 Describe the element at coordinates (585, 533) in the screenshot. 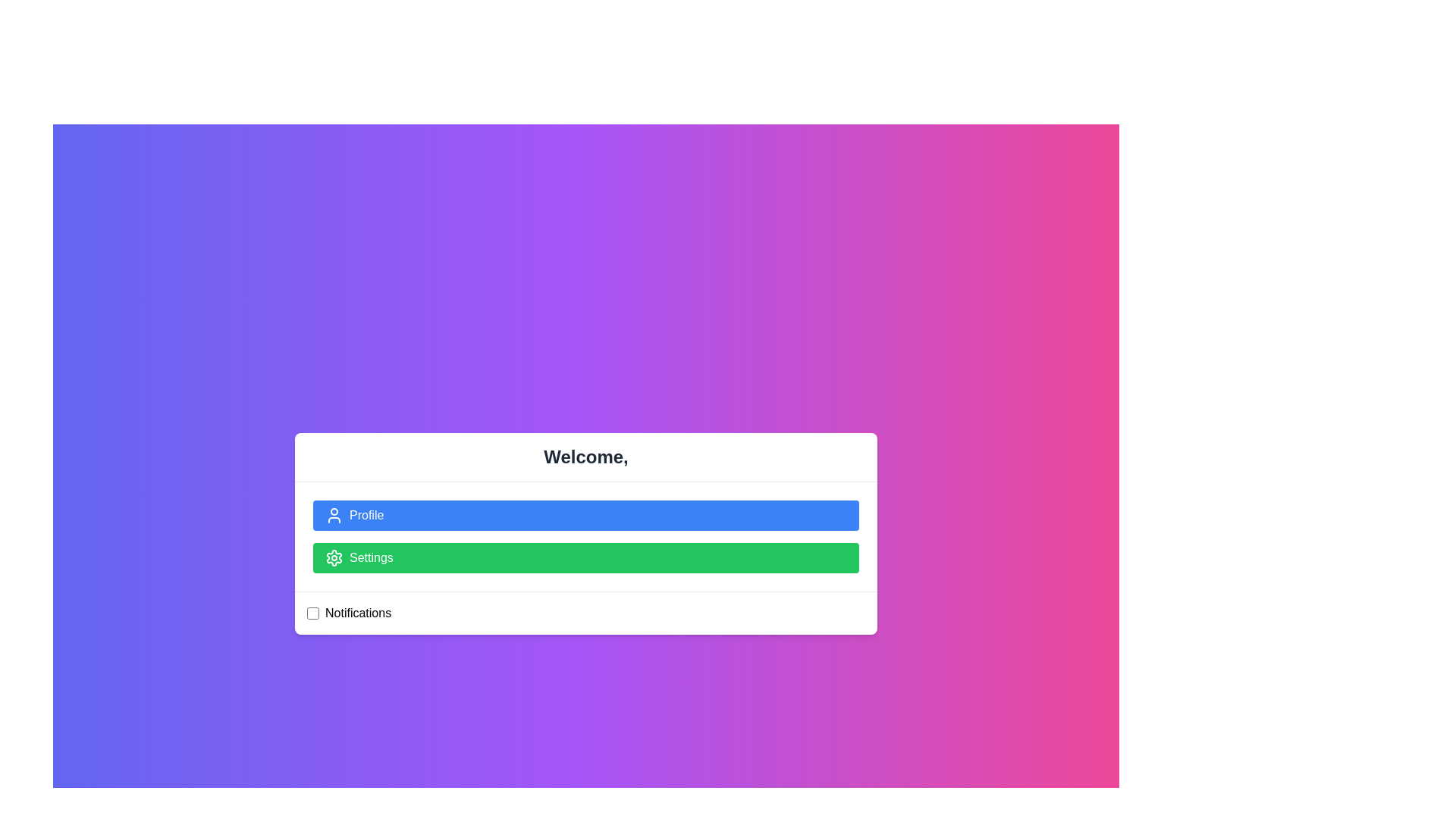

I see `the central user interface panel that welcomes users and provides access to profile options, settings, and notifications to focus on it` at that location.